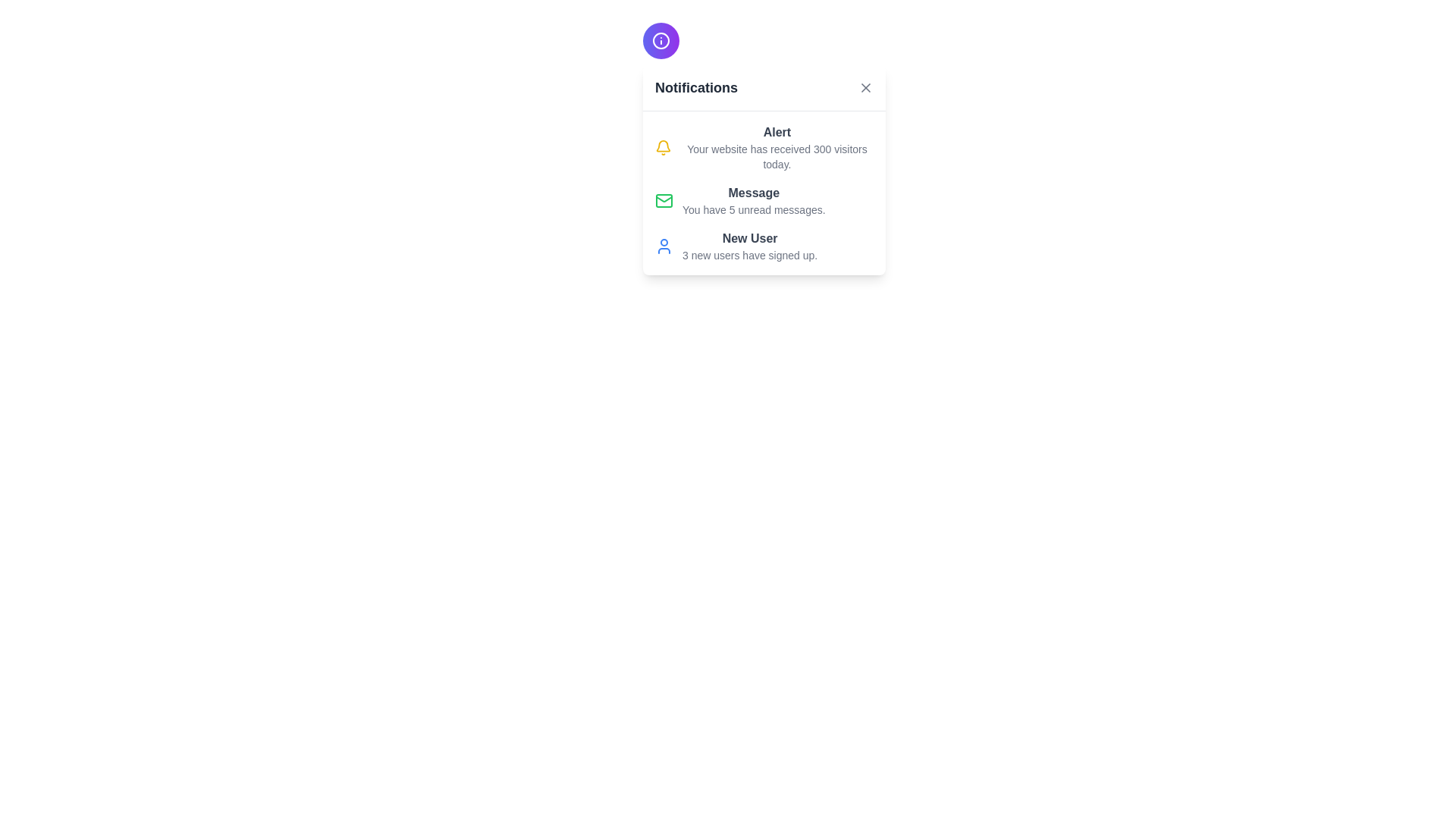 This screenshot has width=1456, height=819. I want to click on message displayed in the gray text block located beneath the 'Alert' header in the notification panel, so click(777, 157).